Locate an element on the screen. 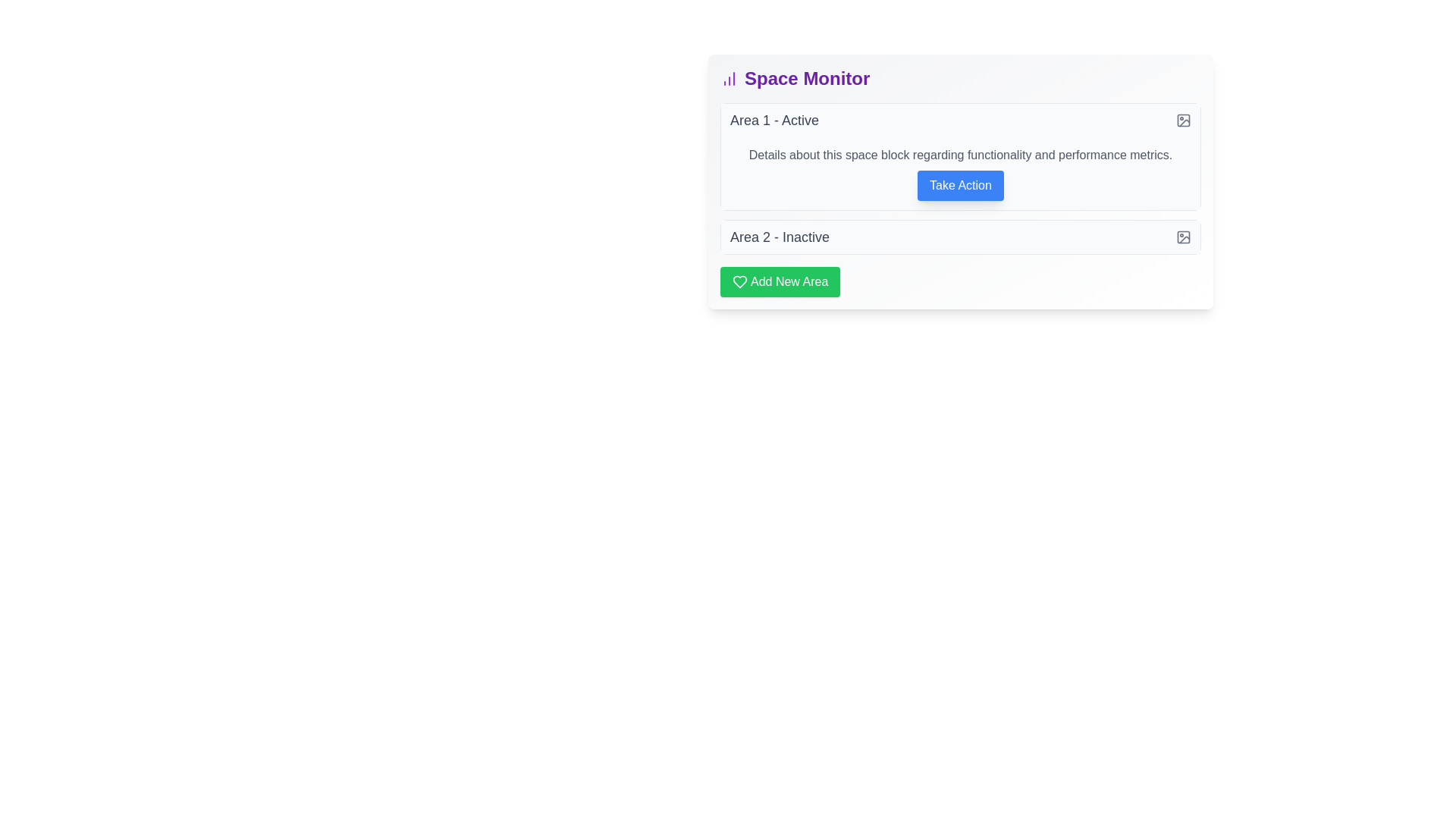  the decorative graphic component, a rectangle with rounded corners, located in the upper-right corner of the 'Area 1 - Active' section within the 'Space Monitor' interface is located at coordinates (1182, 237).